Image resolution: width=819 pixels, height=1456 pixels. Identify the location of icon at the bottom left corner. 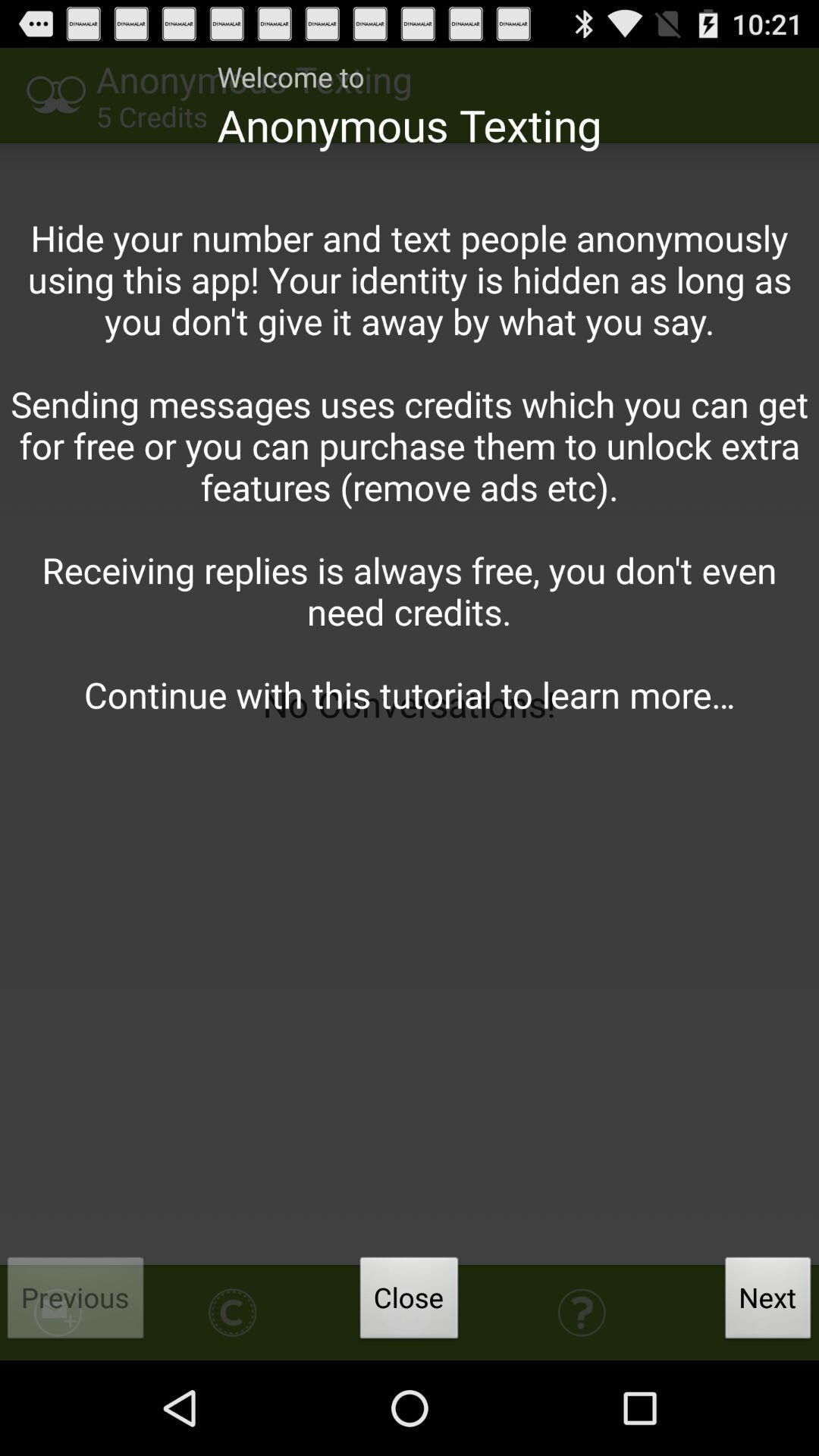
(76, 1301).